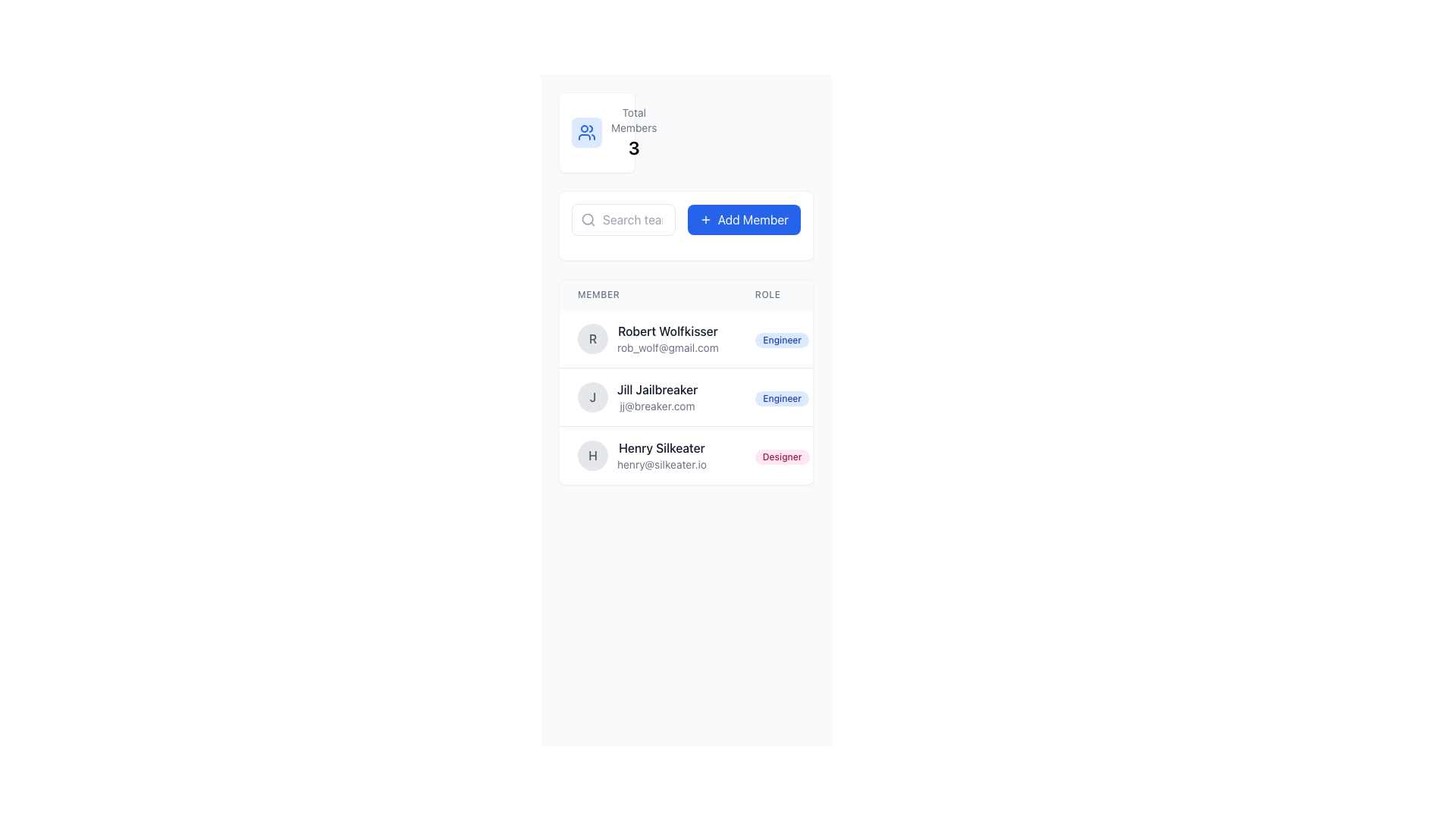 This screenshot has height=819, width=1456. Describe the element at coordinates (588, 219) in the screenshot. I see `the search icon located at the left side of the search input box, which symbolizes the search feature and assists users in recognizing the input field for entering search queries` at that location.